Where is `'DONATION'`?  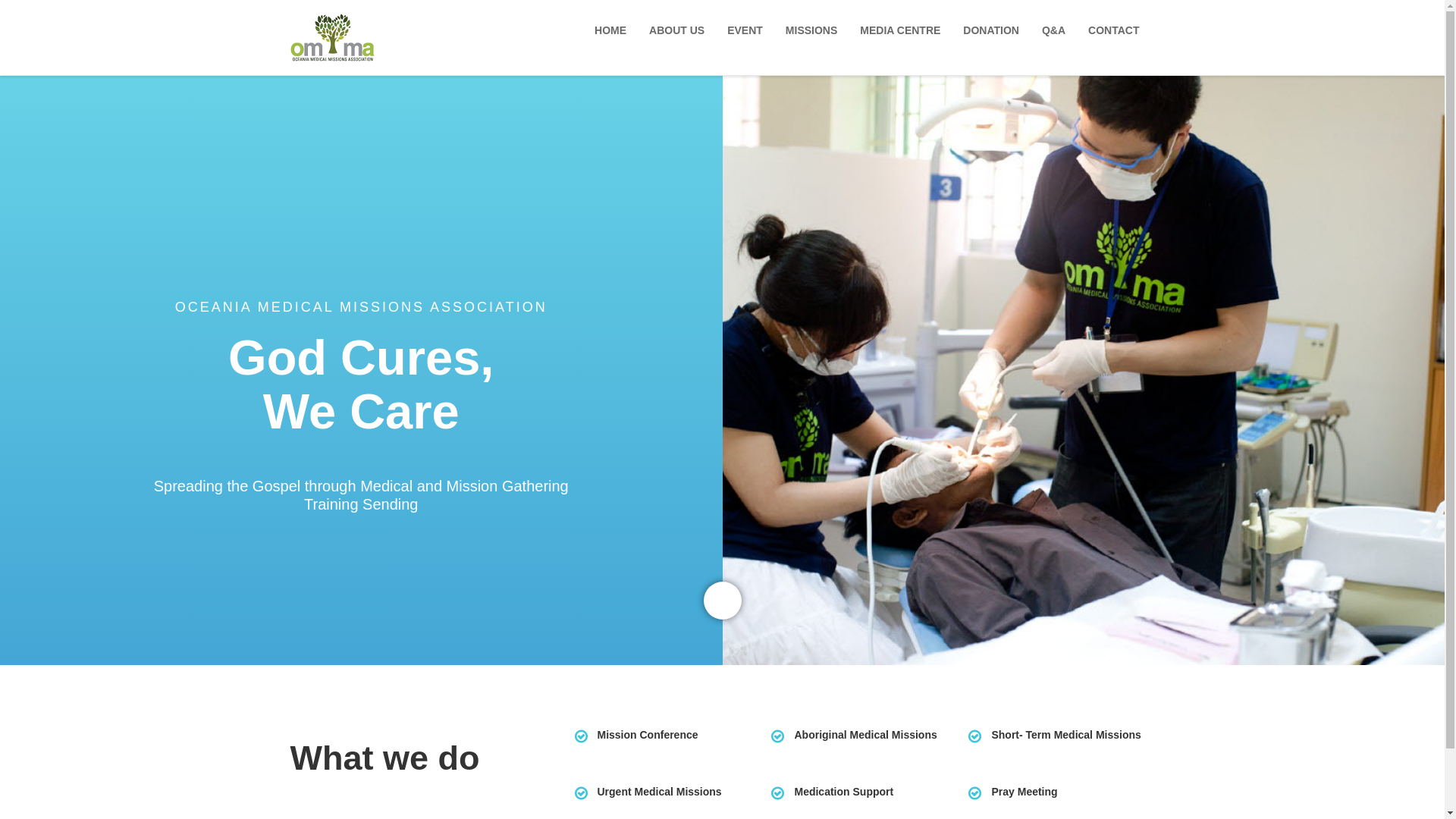
'DONATION' is located at coordinates (954, 30).